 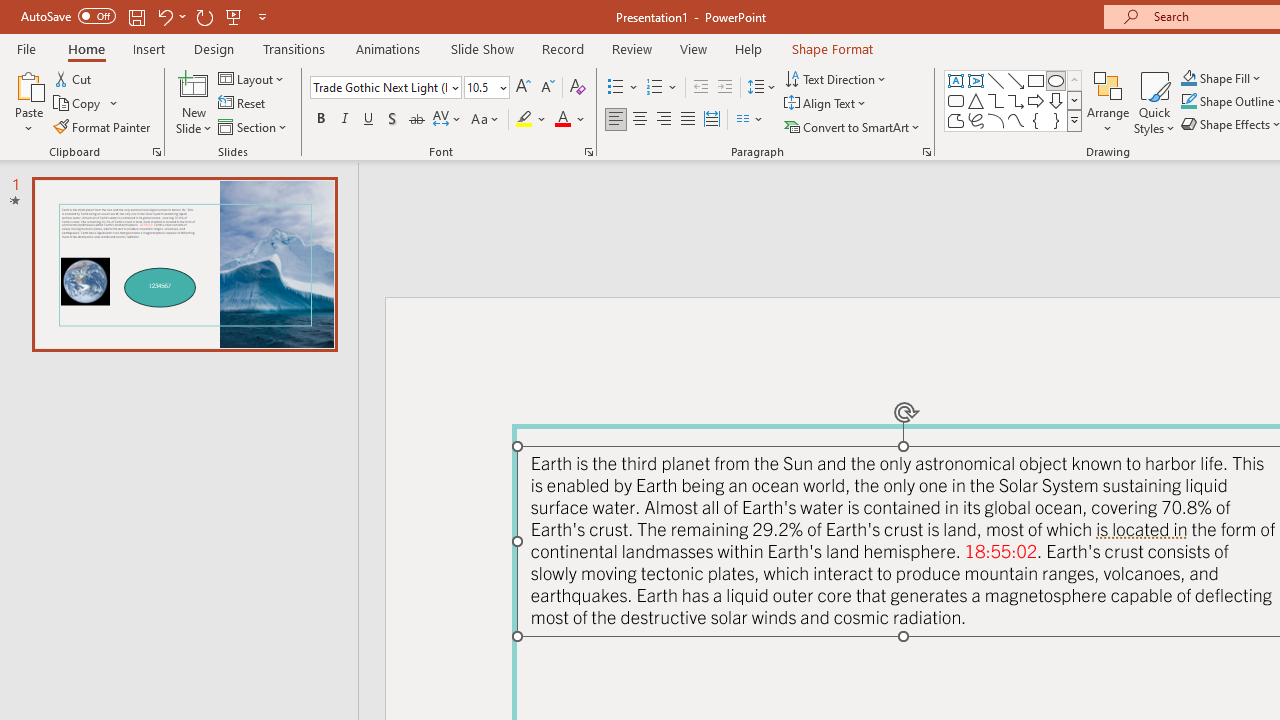 What do you see at coordinates (1073, 120) in the screenshot?
I see `'Shapes'` at bounding box center [1073, 120].